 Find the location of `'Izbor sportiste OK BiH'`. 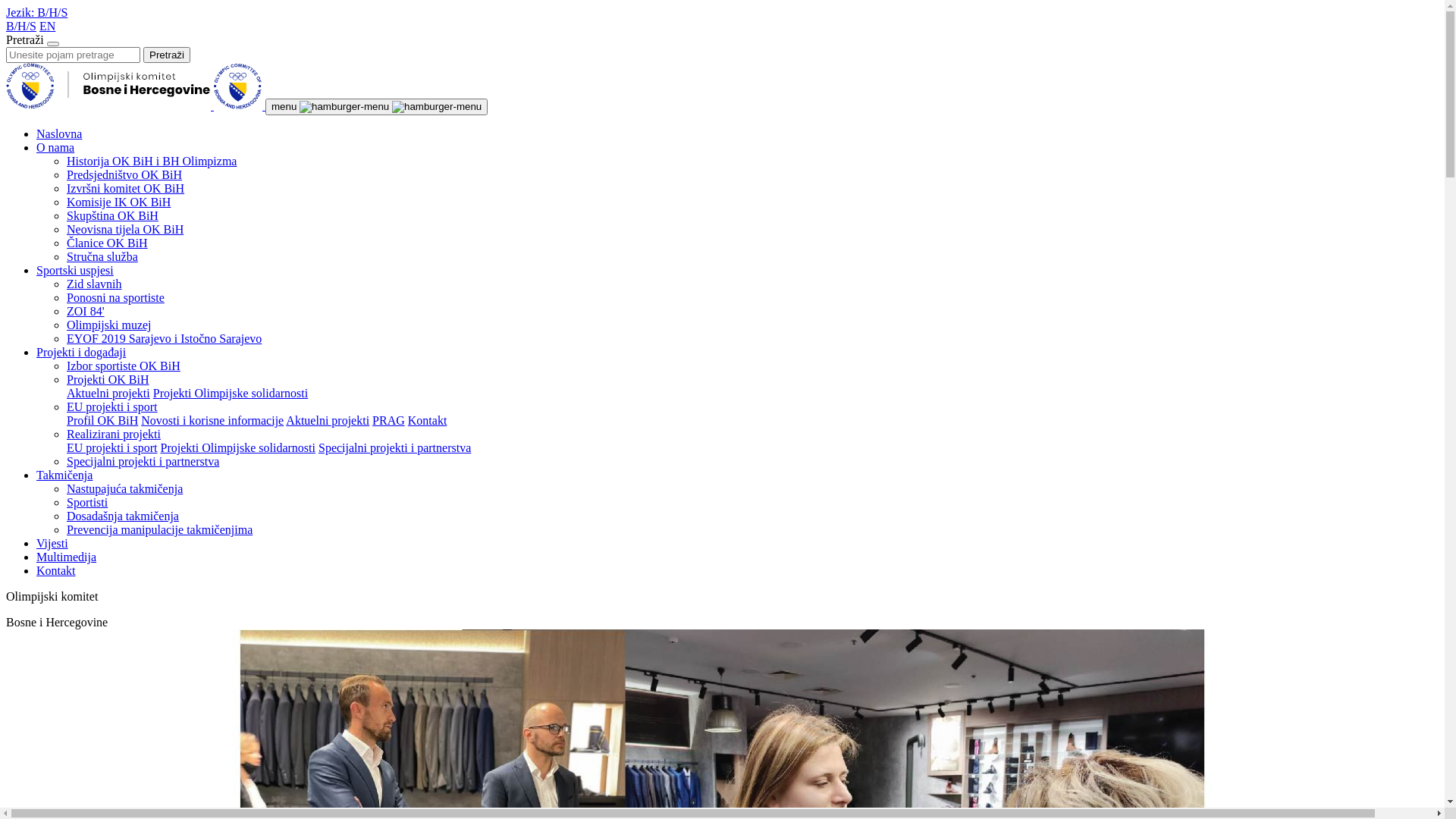

'Izbor sportiste OK BiH' is located at coordinates (124, 366).